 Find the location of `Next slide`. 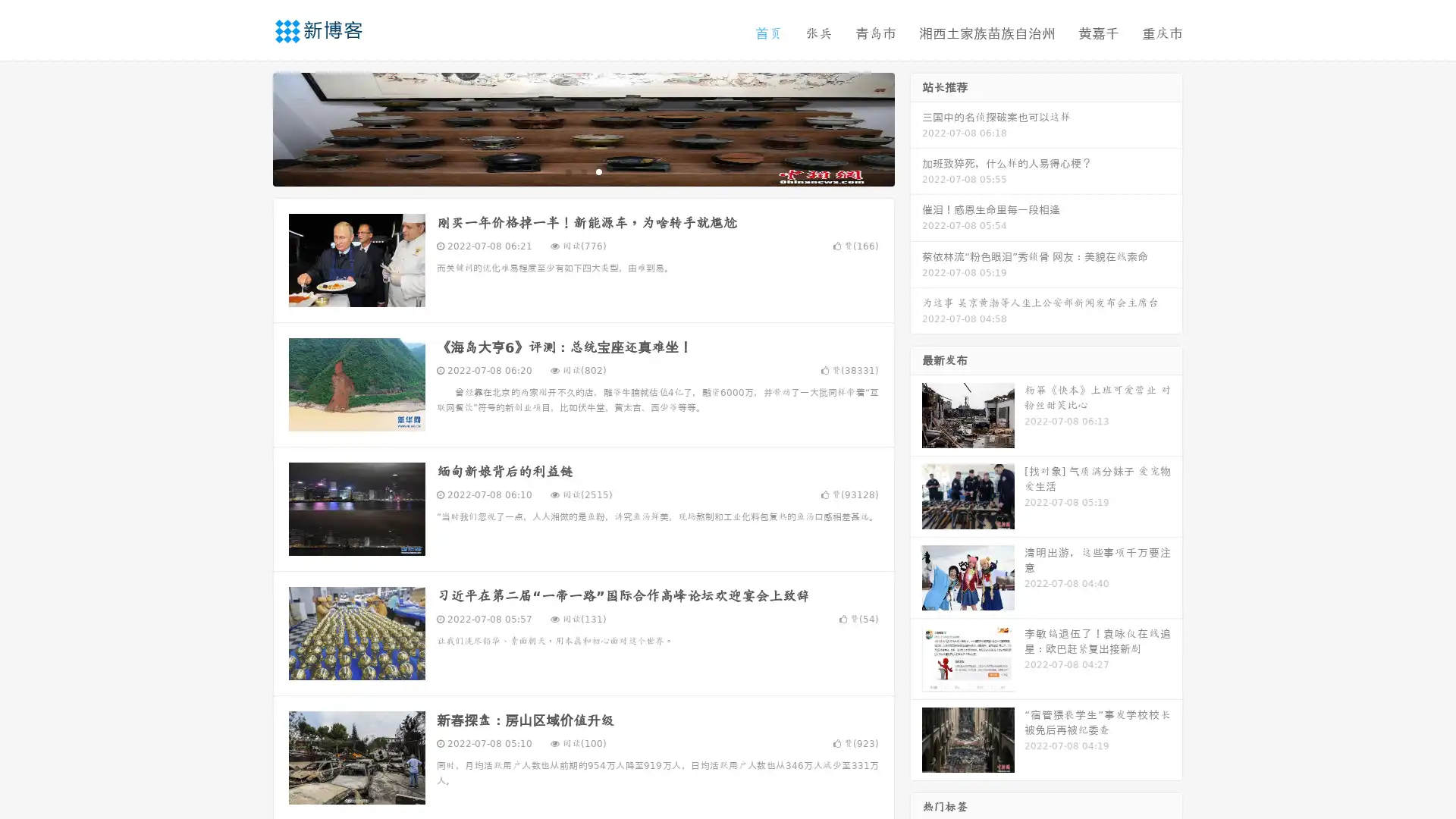

Next slide is located at coordinates (916, 127).